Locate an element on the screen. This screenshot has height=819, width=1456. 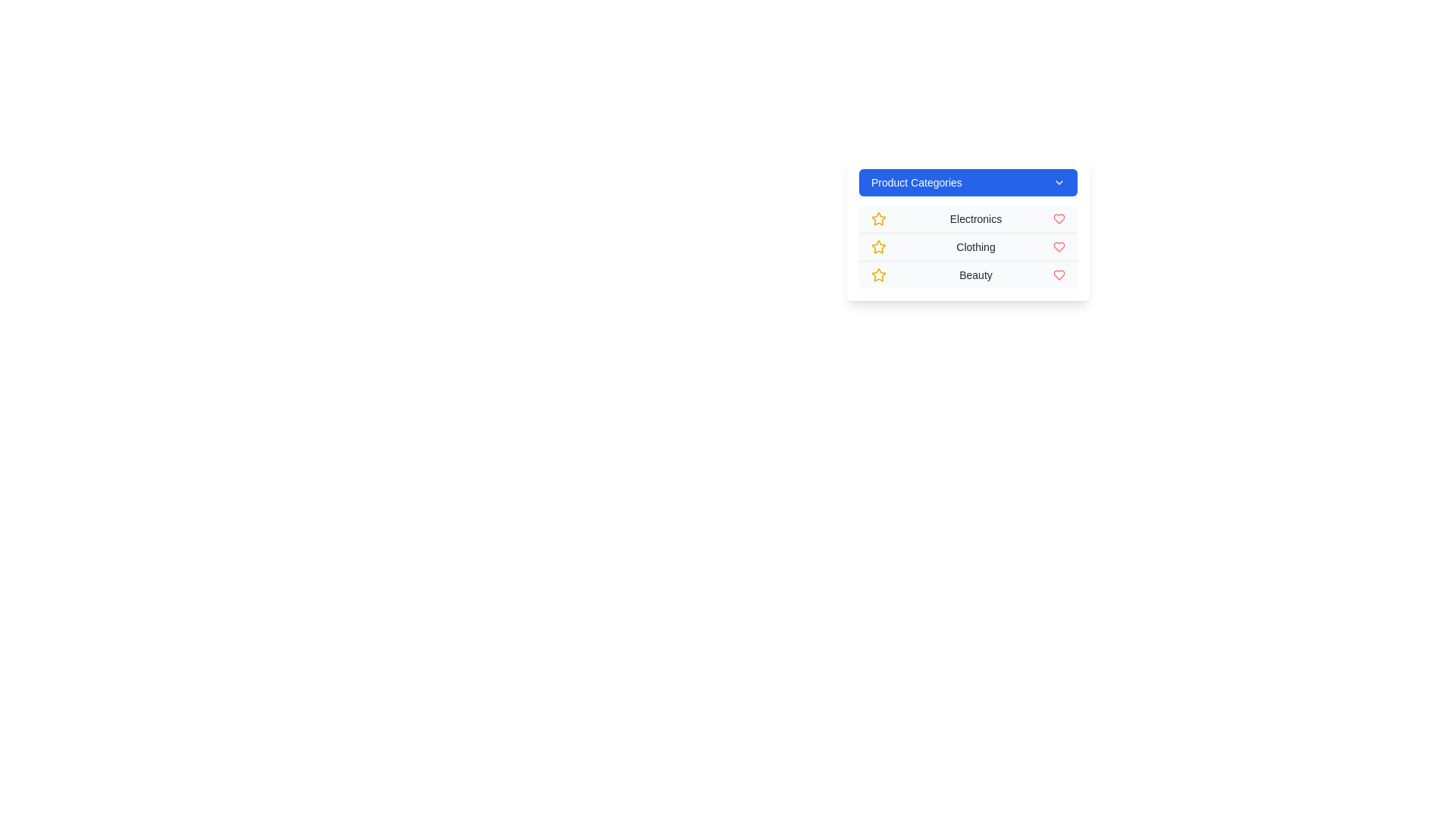
the heart icon next to the Beauty category is located at coordinates (1058, 275).